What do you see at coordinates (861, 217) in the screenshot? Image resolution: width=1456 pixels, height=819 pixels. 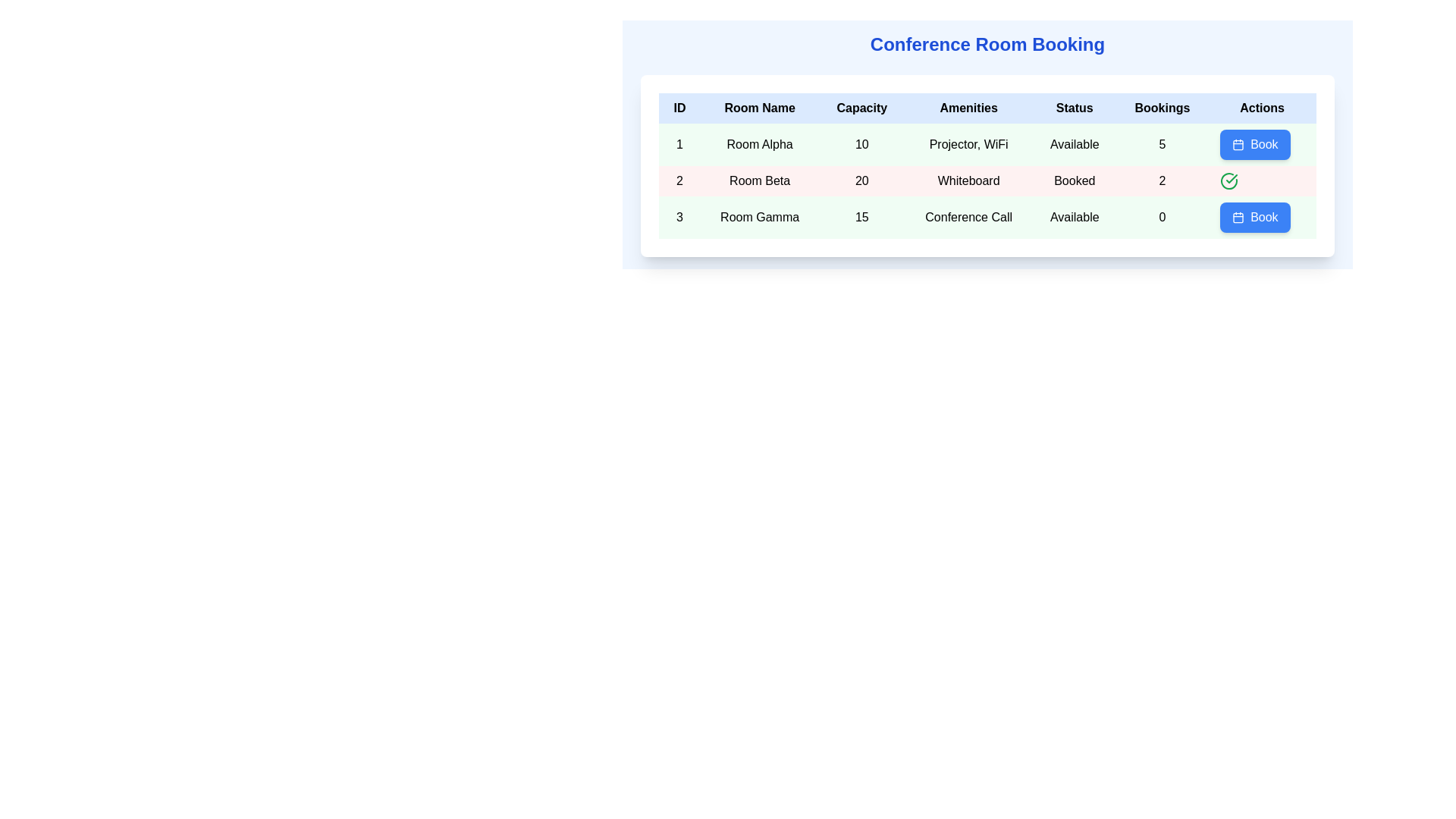 I see `the Text label displaying the number '15' in the 'Capacity' column of the table for 'Room Gamma'` at bounding box center [861, 217].